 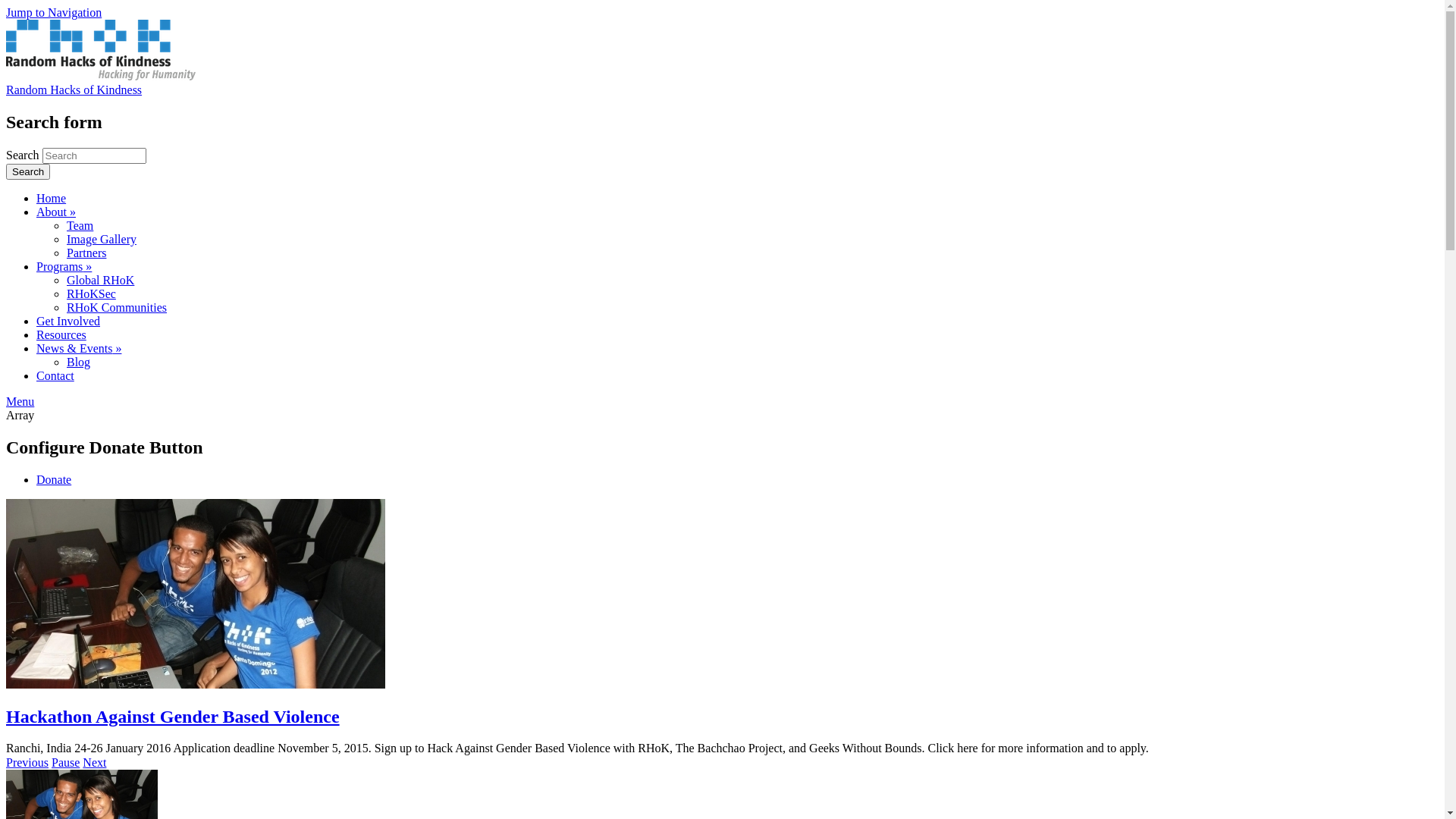 What do you see at coordinates (20, 400) in the screenshot?
I see `'Menu'` at bounding box center [20, 400].